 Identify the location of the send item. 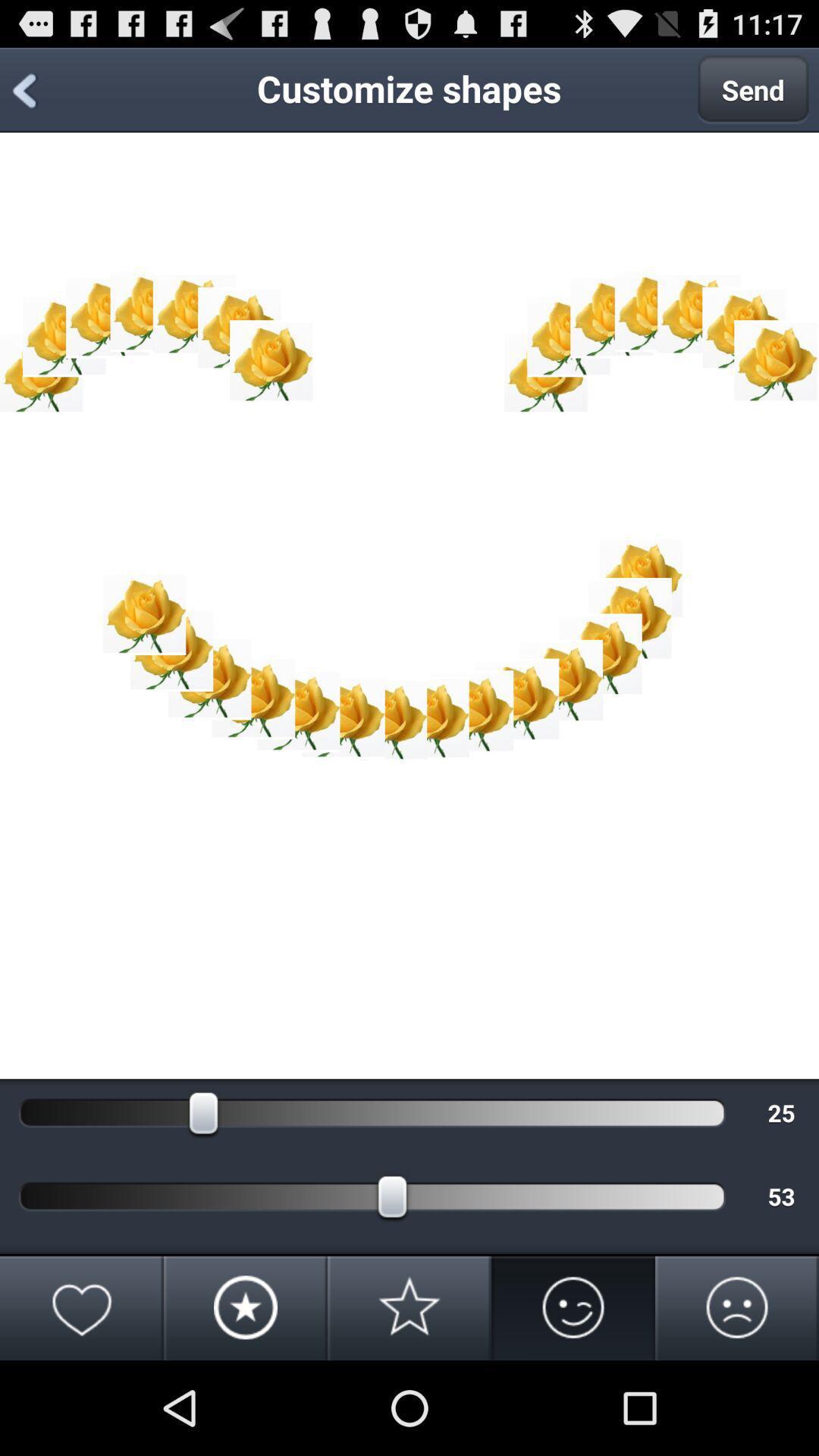
(753, 89).